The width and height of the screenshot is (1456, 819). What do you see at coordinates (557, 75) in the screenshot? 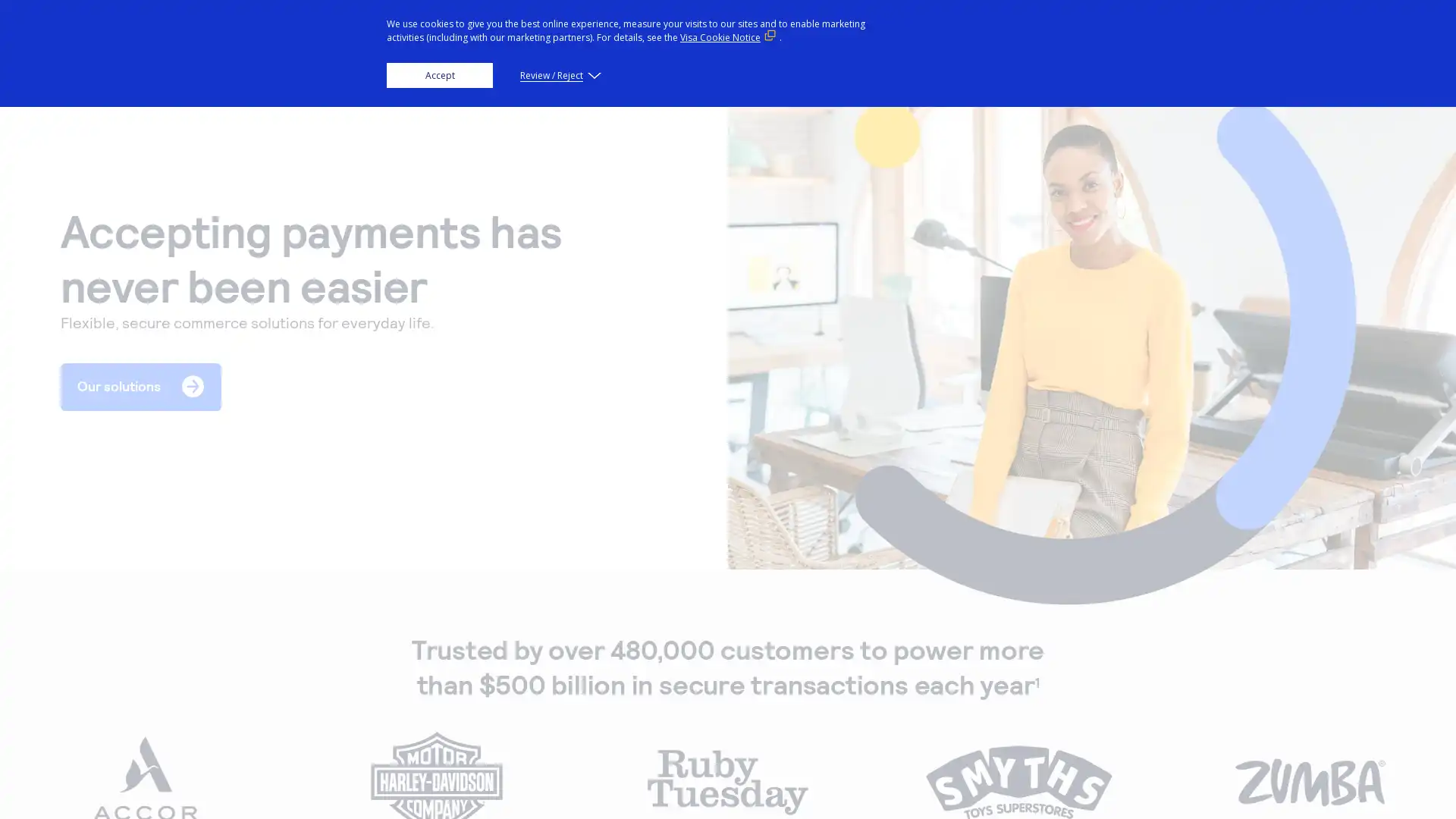
I see `Review / Reject` at bounding box center [557, 75].